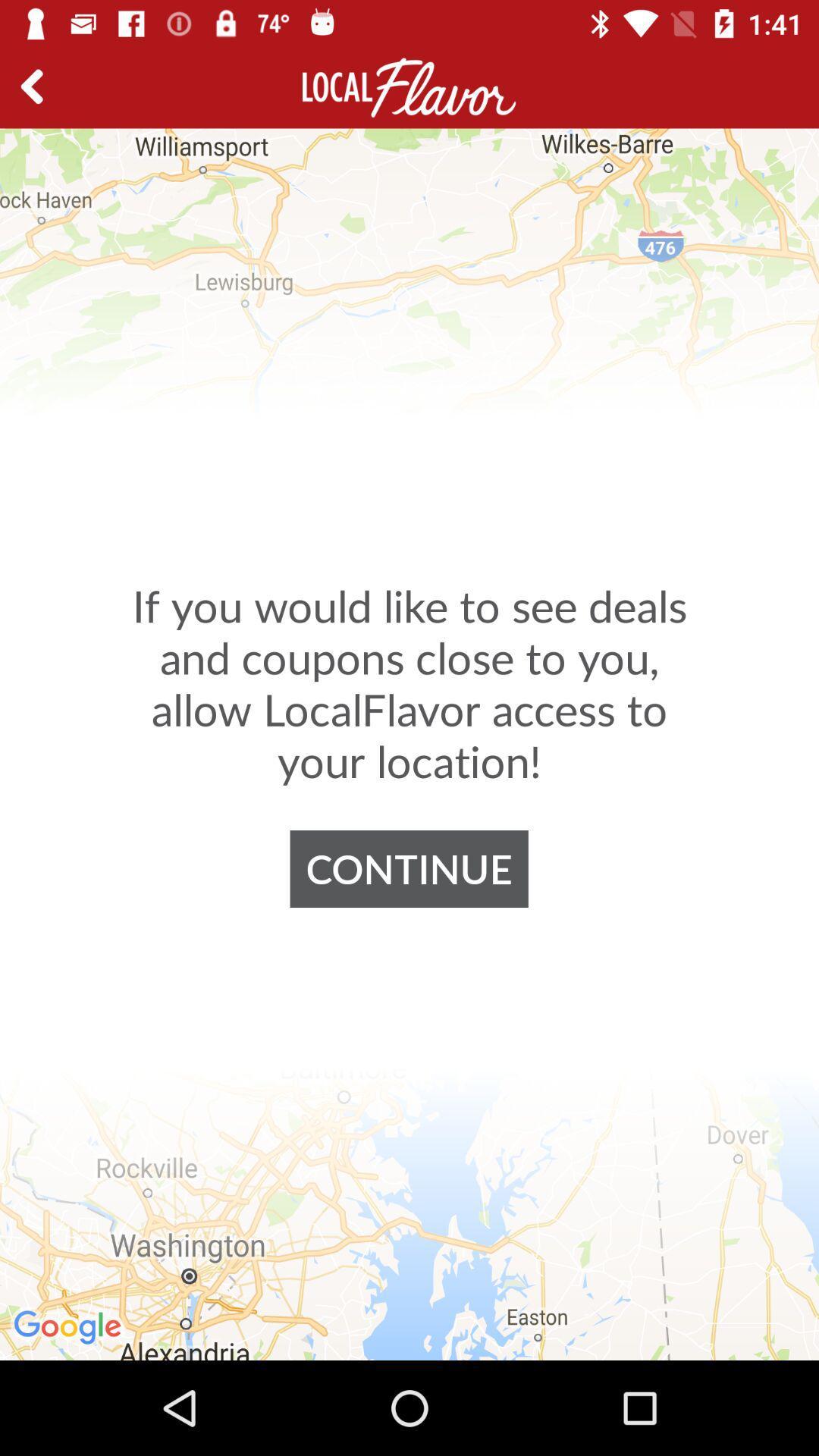  What do you see at coordinates (408, 869) in the screenshot?
I see `the continue` at bounding box center [408, 869].